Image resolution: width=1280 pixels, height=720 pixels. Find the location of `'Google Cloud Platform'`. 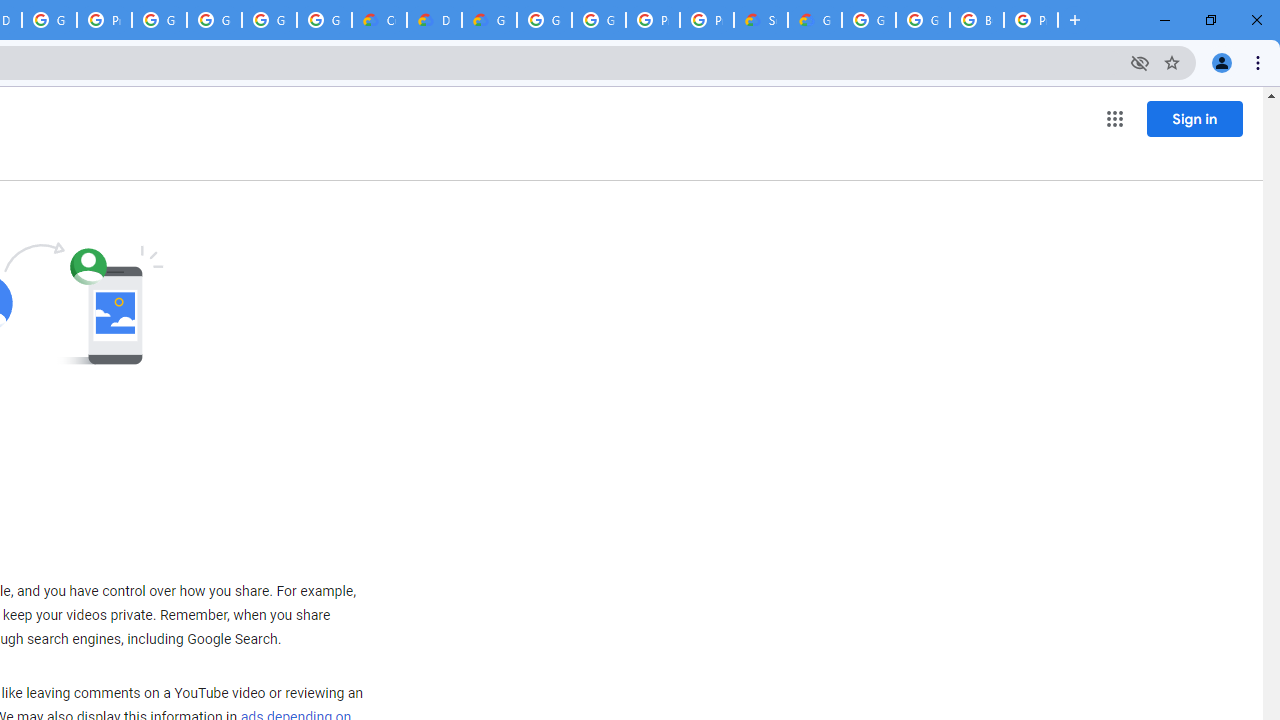

'Google Cloud Platform' is located at coordinates (544, 20).